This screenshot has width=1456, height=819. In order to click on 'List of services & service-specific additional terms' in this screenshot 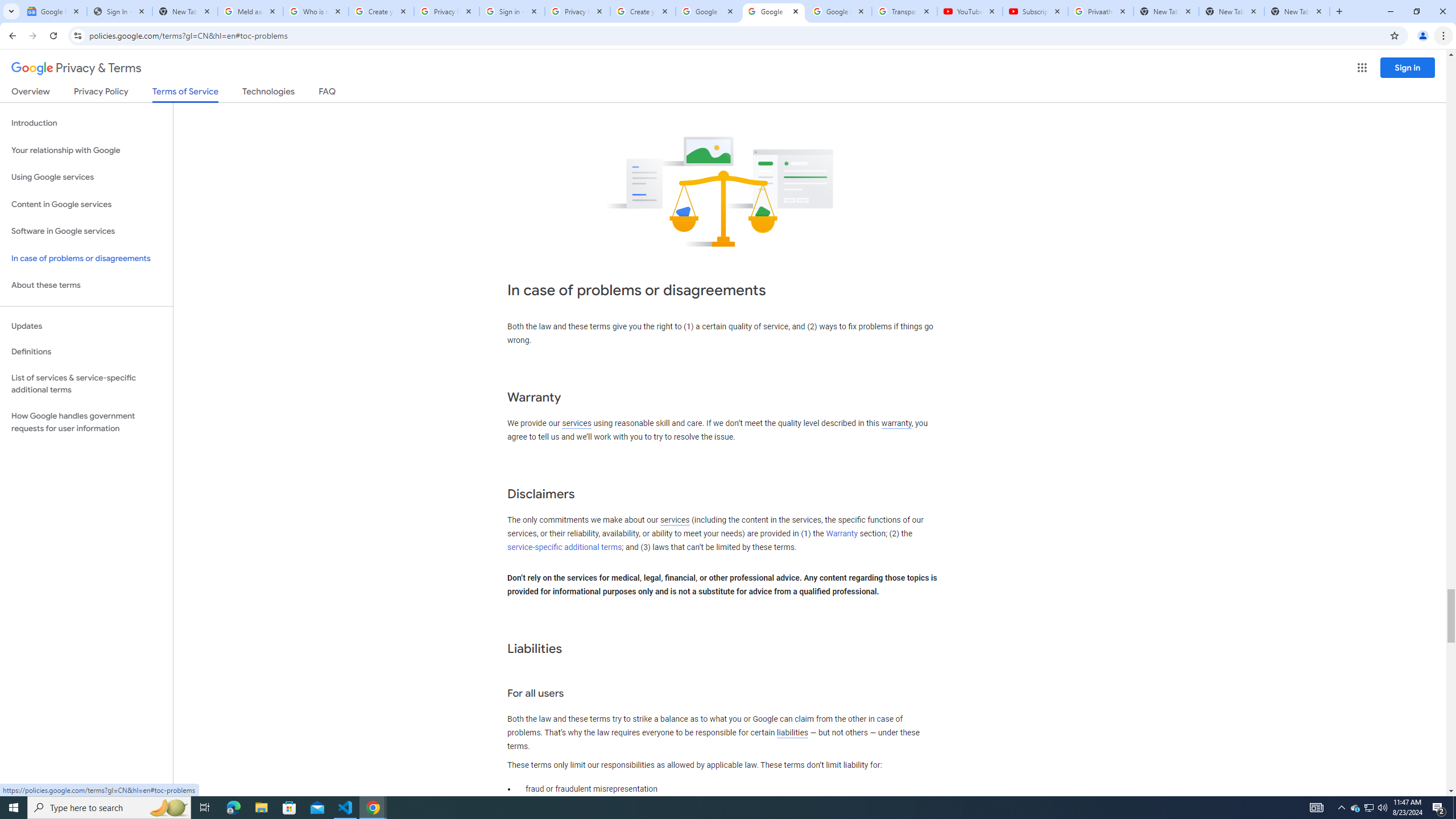, I will do `click(86, 383)`.